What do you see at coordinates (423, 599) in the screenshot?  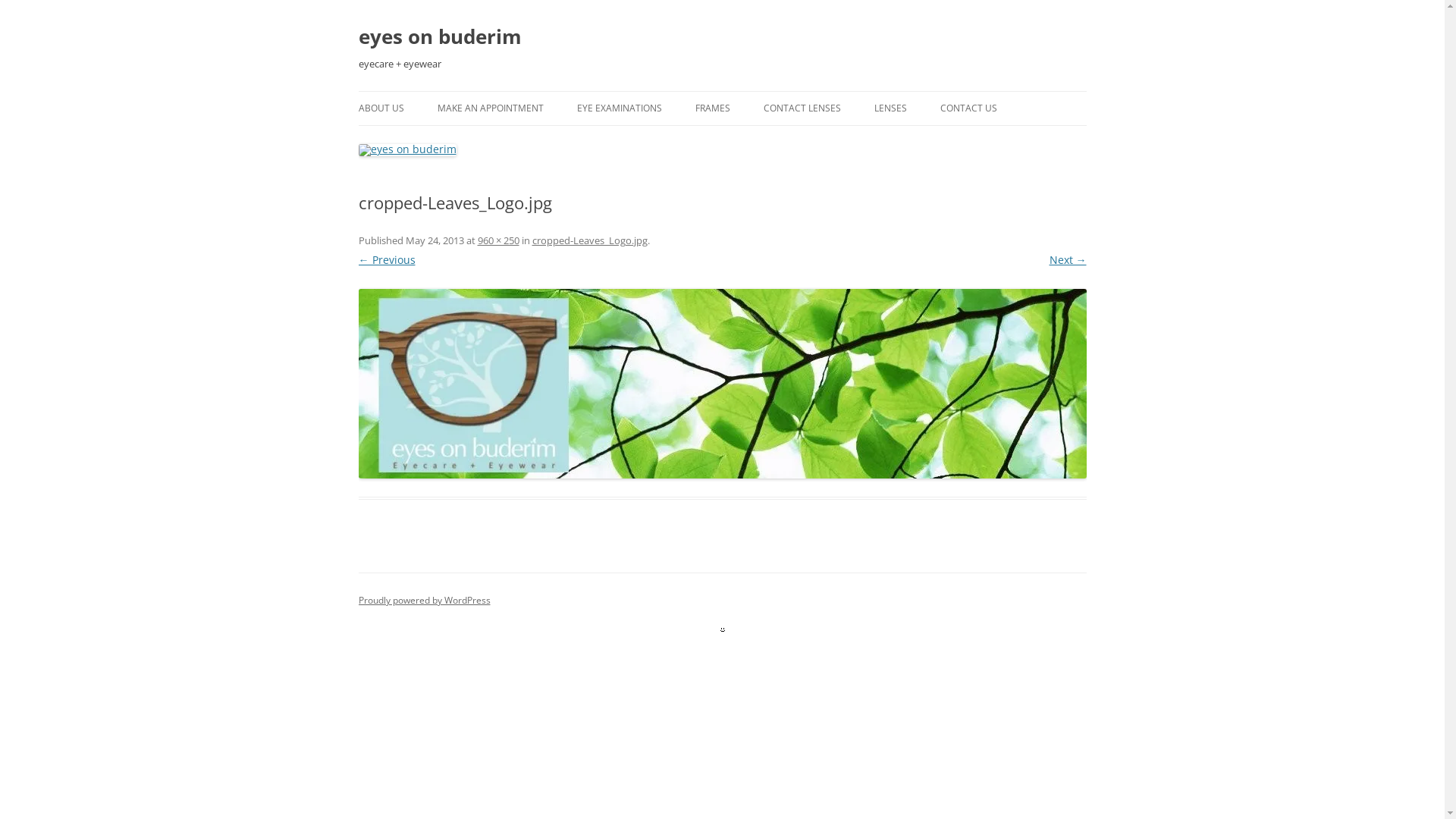 I see `'Proudly powered by WordPress'` at bounding box center [423, 599].